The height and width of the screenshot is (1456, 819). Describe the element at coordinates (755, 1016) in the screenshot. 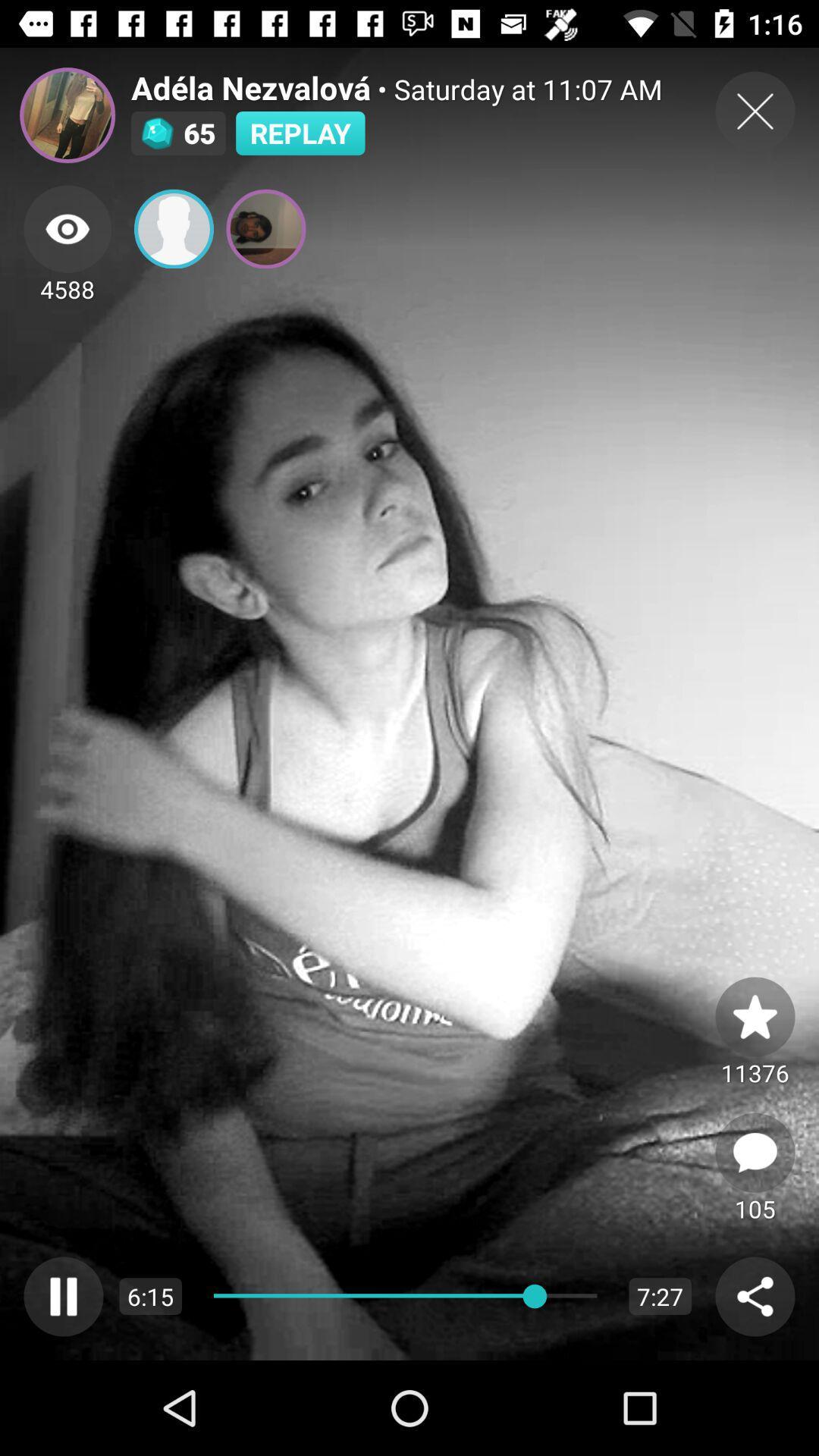

I see `picture` at that location.